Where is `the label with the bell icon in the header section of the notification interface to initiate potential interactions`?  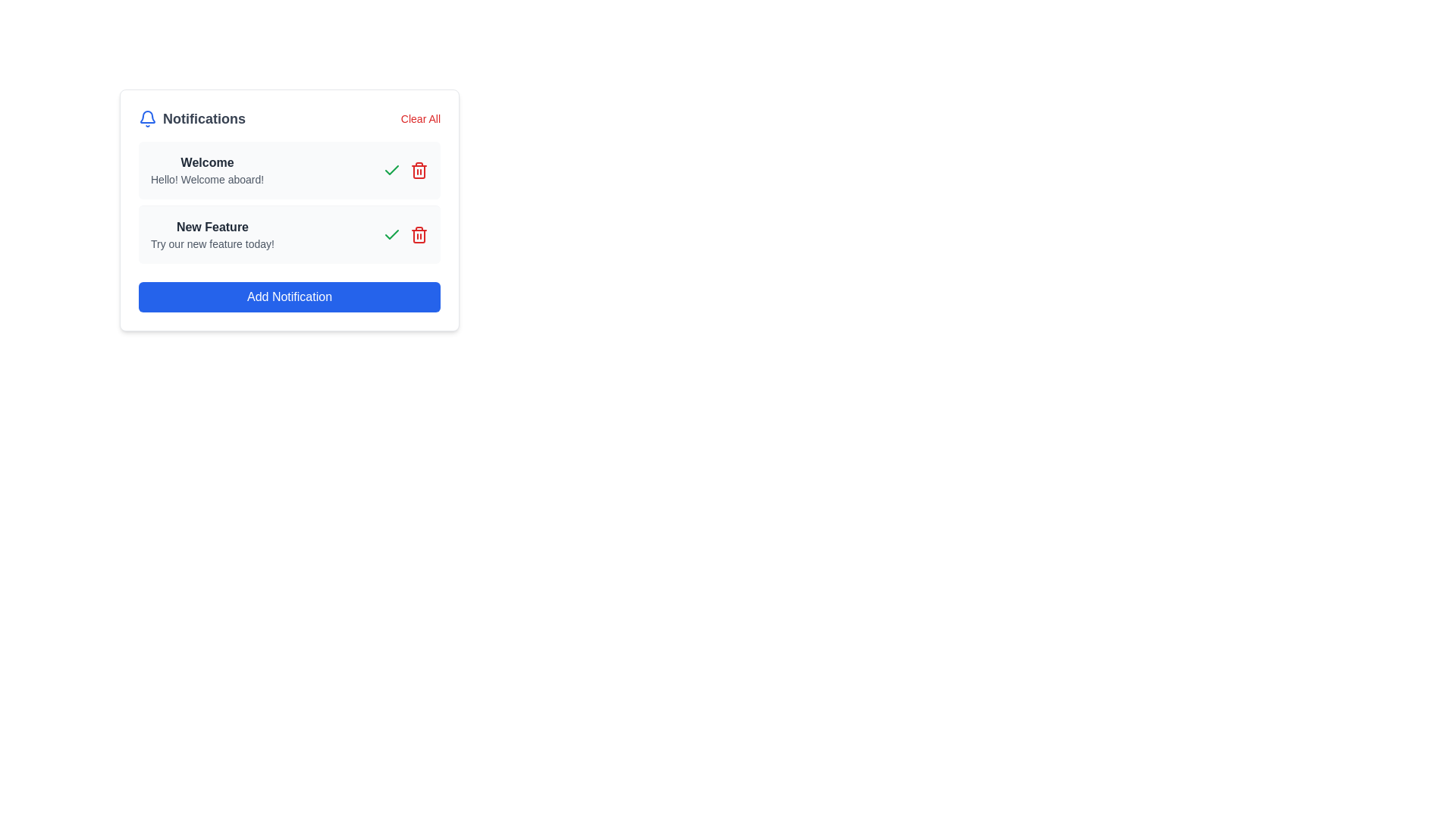 the label with the bell icon in the header section of the notification interface to initiate potential interactions is located at coordinates (191, 118).